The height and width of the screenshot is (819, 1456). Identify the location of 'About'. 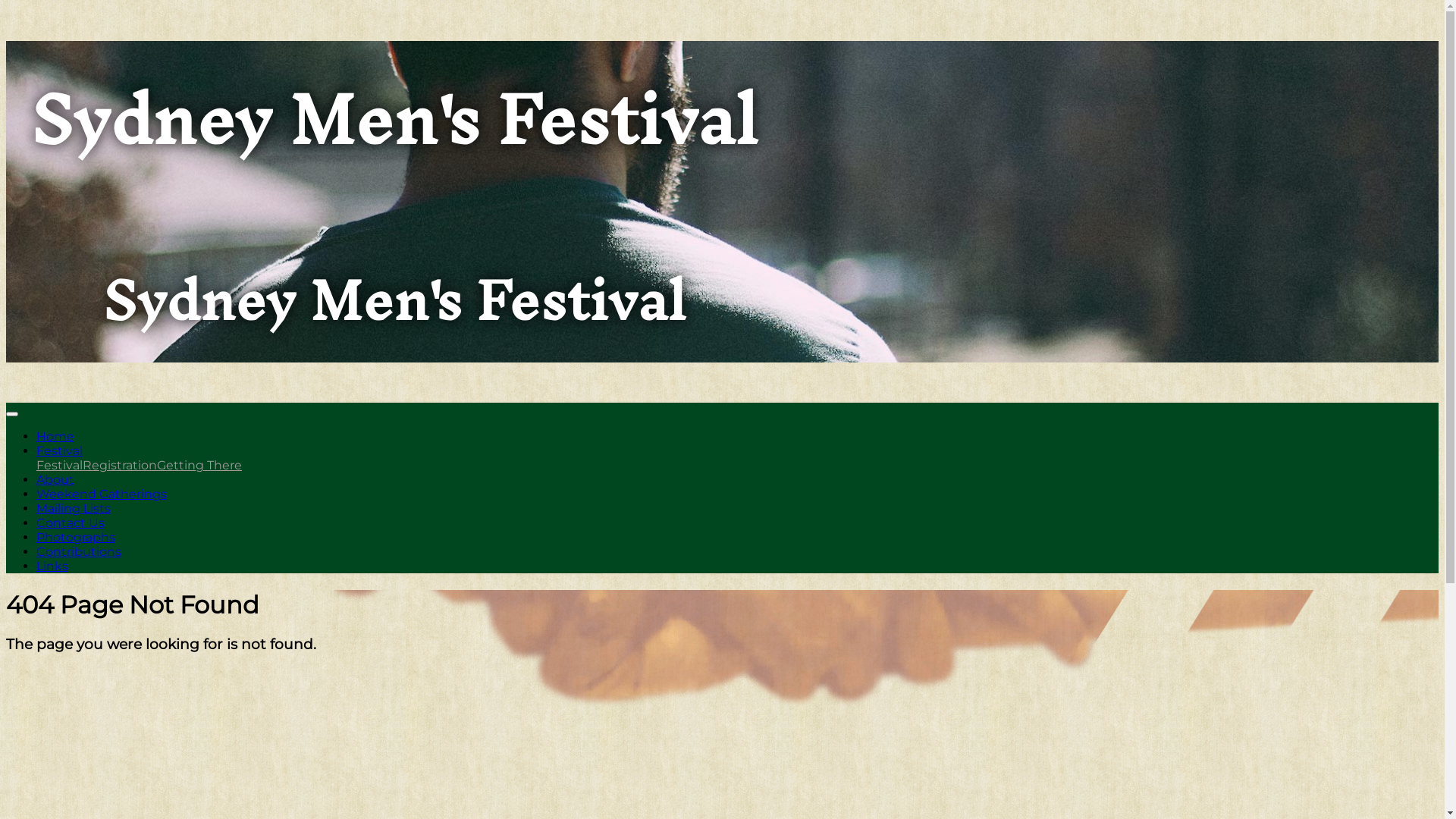
(55, 479).